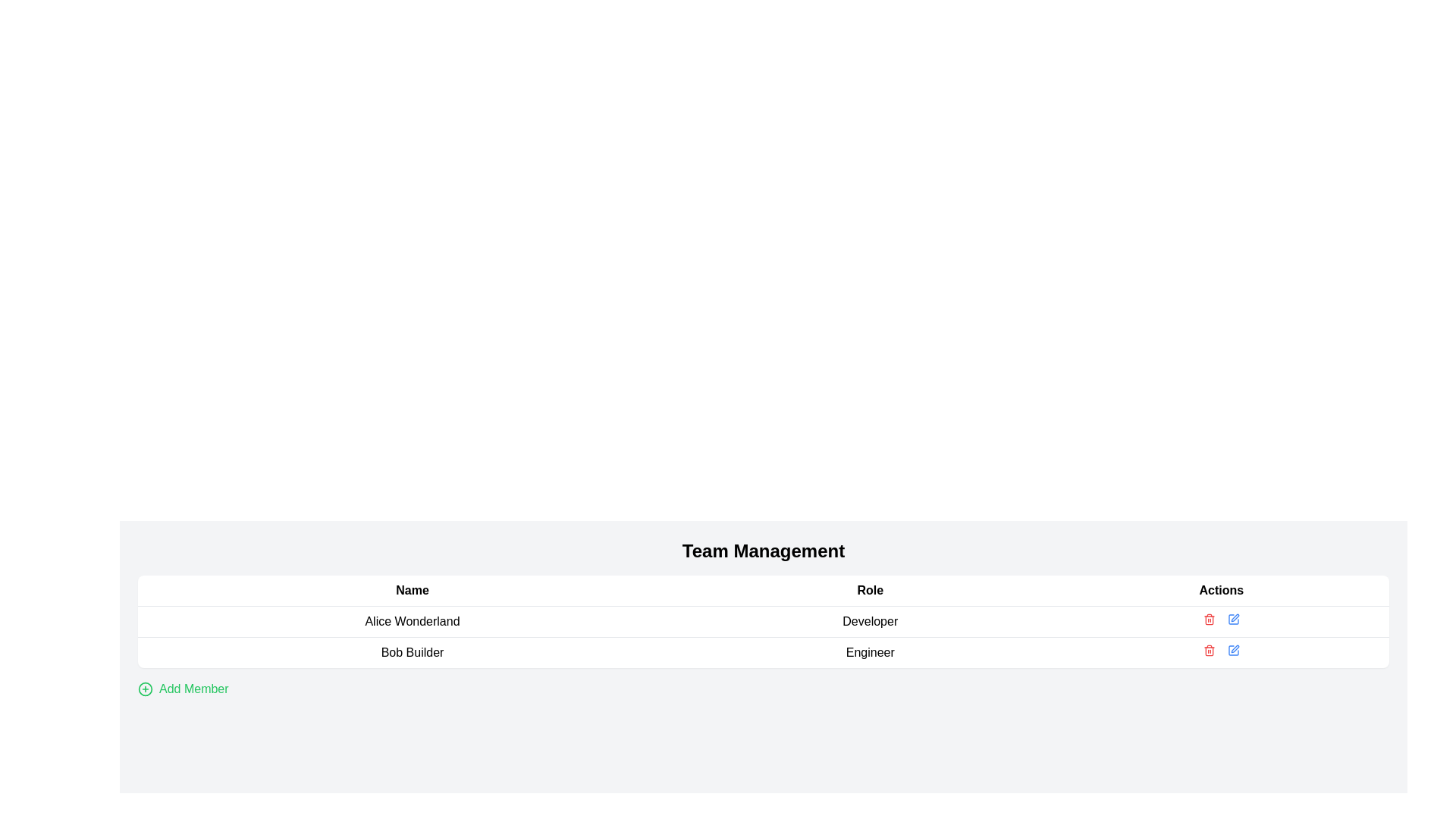 This screenshot has width=1456, height=819. What do you see at coordinates (870, 622) in the screenshot?
I see `text 'Developer' from the Text field in the 'Role' column associated with 'Alice Wonderland' in the second row of the table` at bounding box center [870, 622].